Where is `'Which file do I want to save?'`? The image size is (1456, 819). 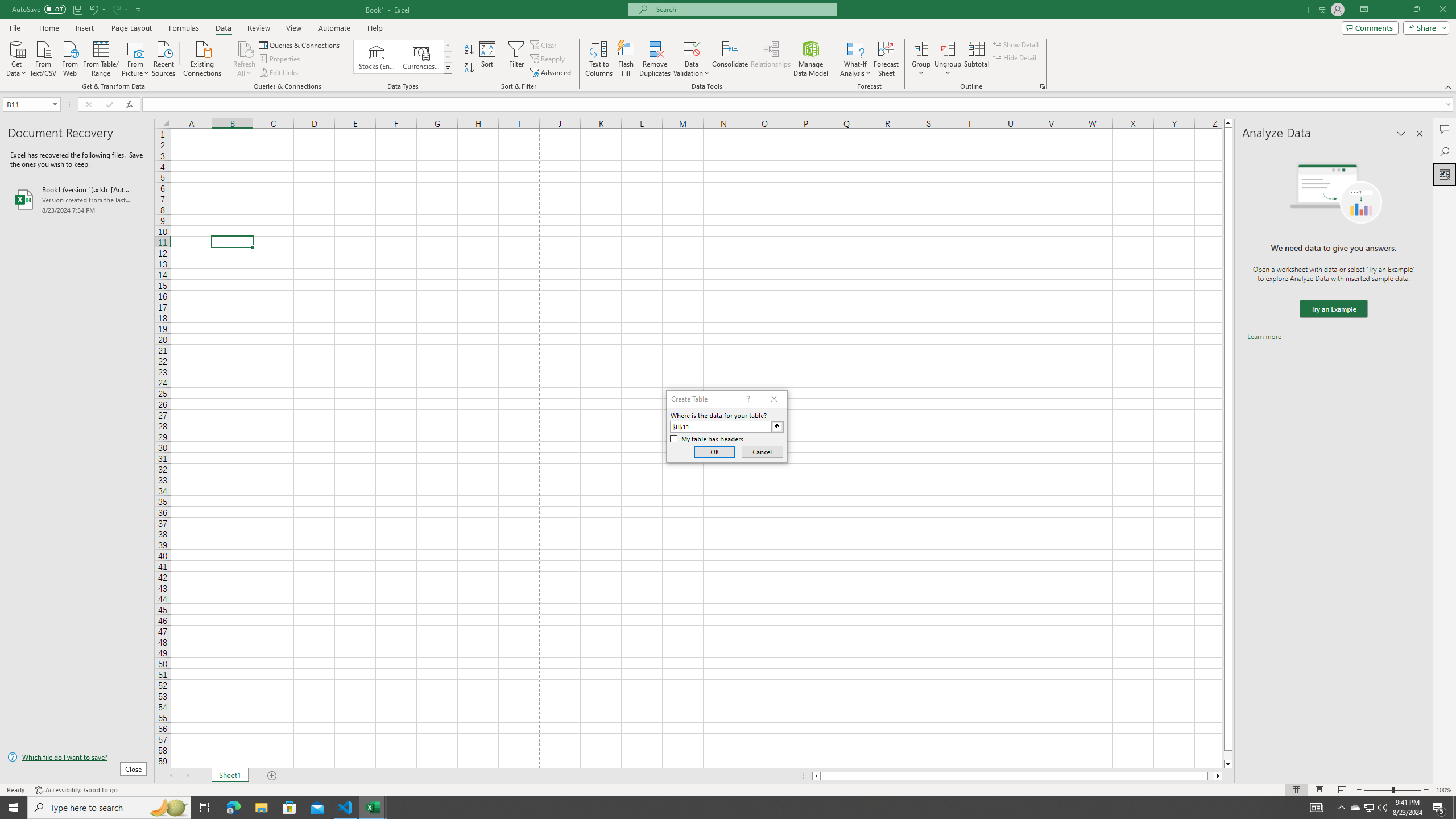 'Which file do I want to save?' is located at coordinates (76, 758).